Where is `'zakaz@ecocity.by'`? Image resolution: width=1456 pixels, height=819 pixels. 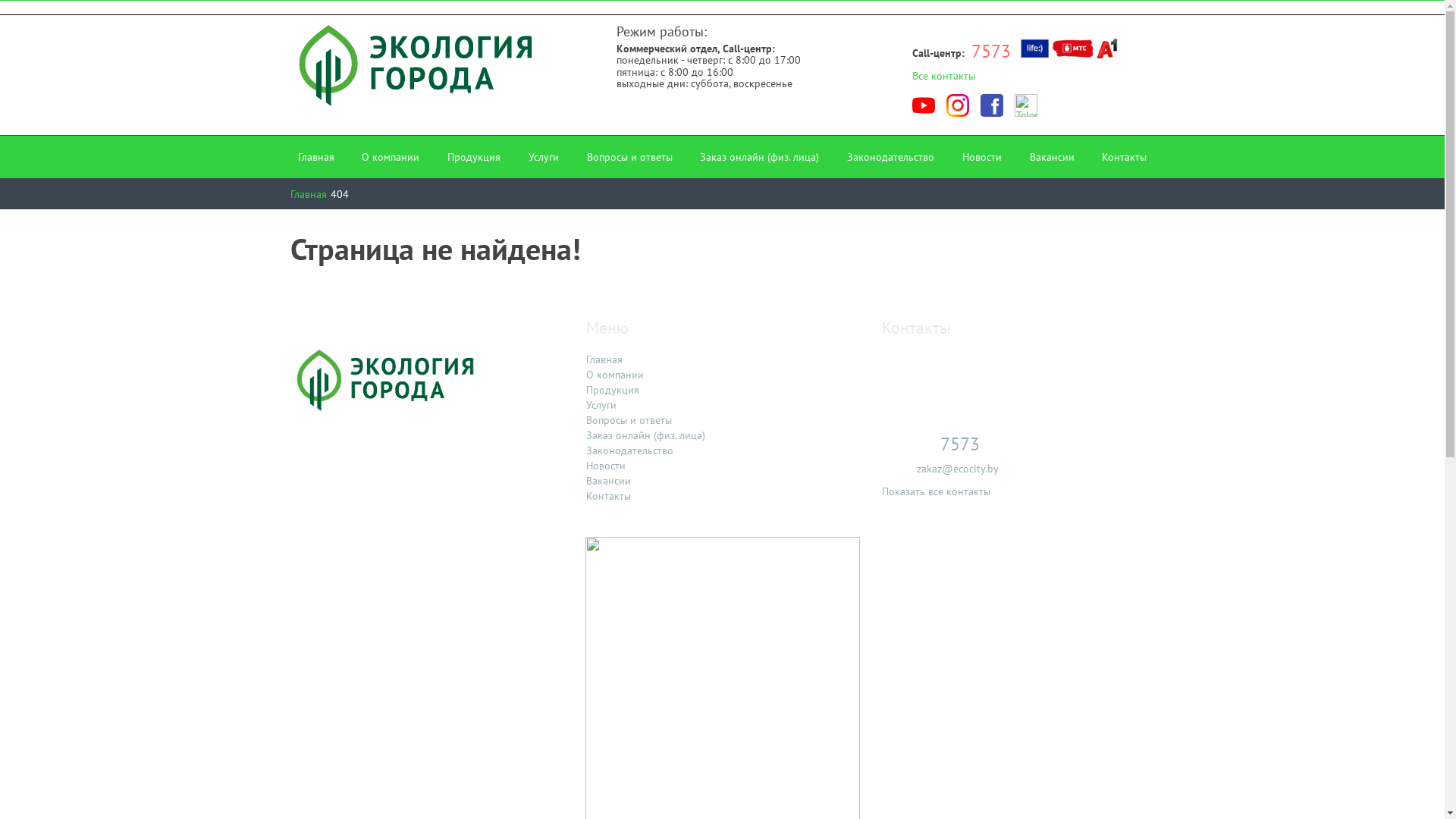 'zakaz@ecocity.by' is located at coordinates (956, 467).